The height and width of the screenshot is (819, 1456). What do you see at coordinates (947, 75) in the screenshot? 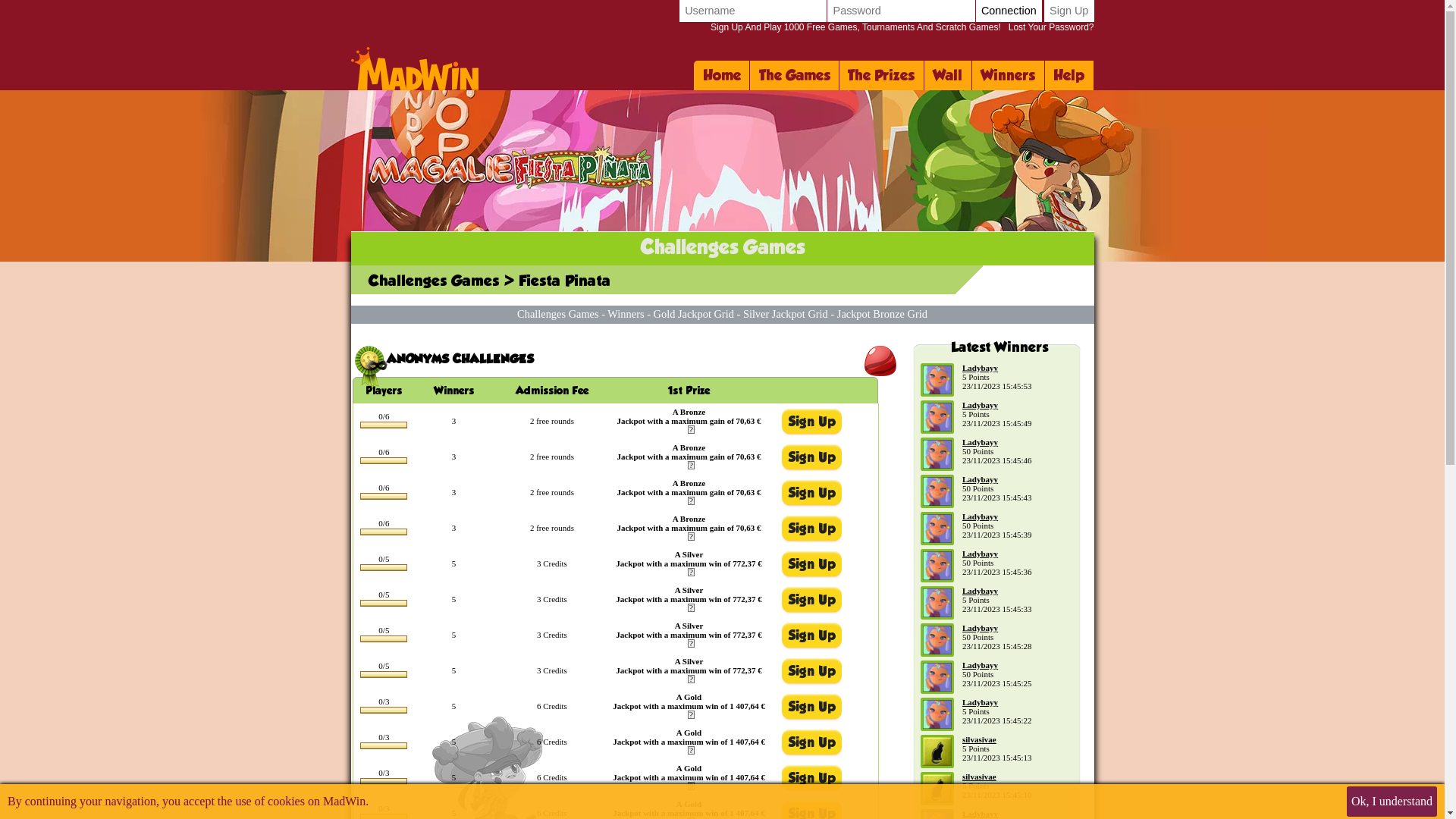
I see `'Wall'` at bounding box center [947, 75].